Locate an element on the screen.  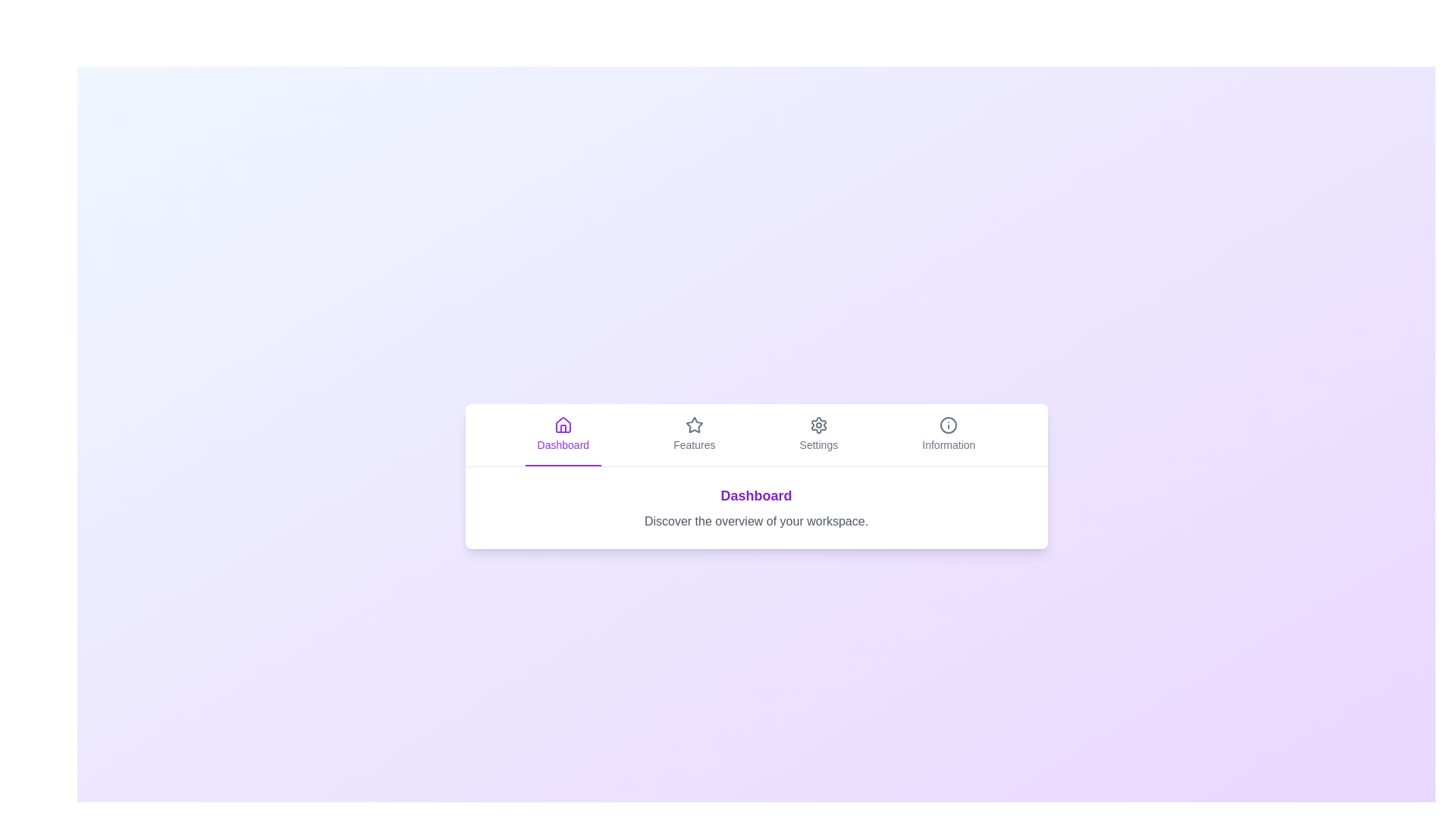
the icon associated with the Dashboard tab is located at coordinates (562, 425).